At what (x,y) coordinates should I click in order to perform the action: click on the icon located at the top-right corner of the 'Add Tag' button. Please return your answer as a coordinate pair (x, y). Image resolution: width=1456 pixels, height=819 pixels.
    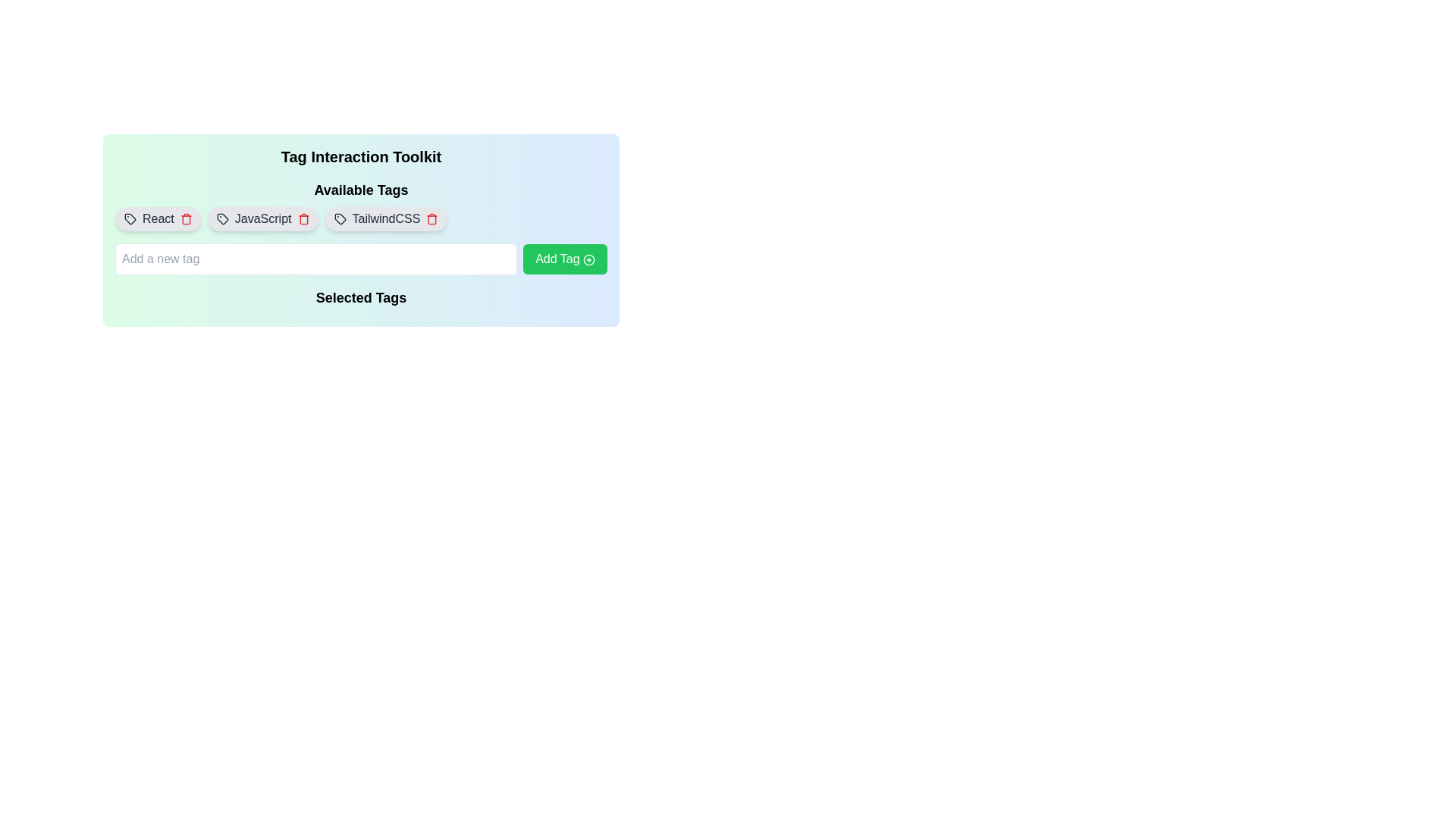
    Looking at the image, I should click on (588, 259).